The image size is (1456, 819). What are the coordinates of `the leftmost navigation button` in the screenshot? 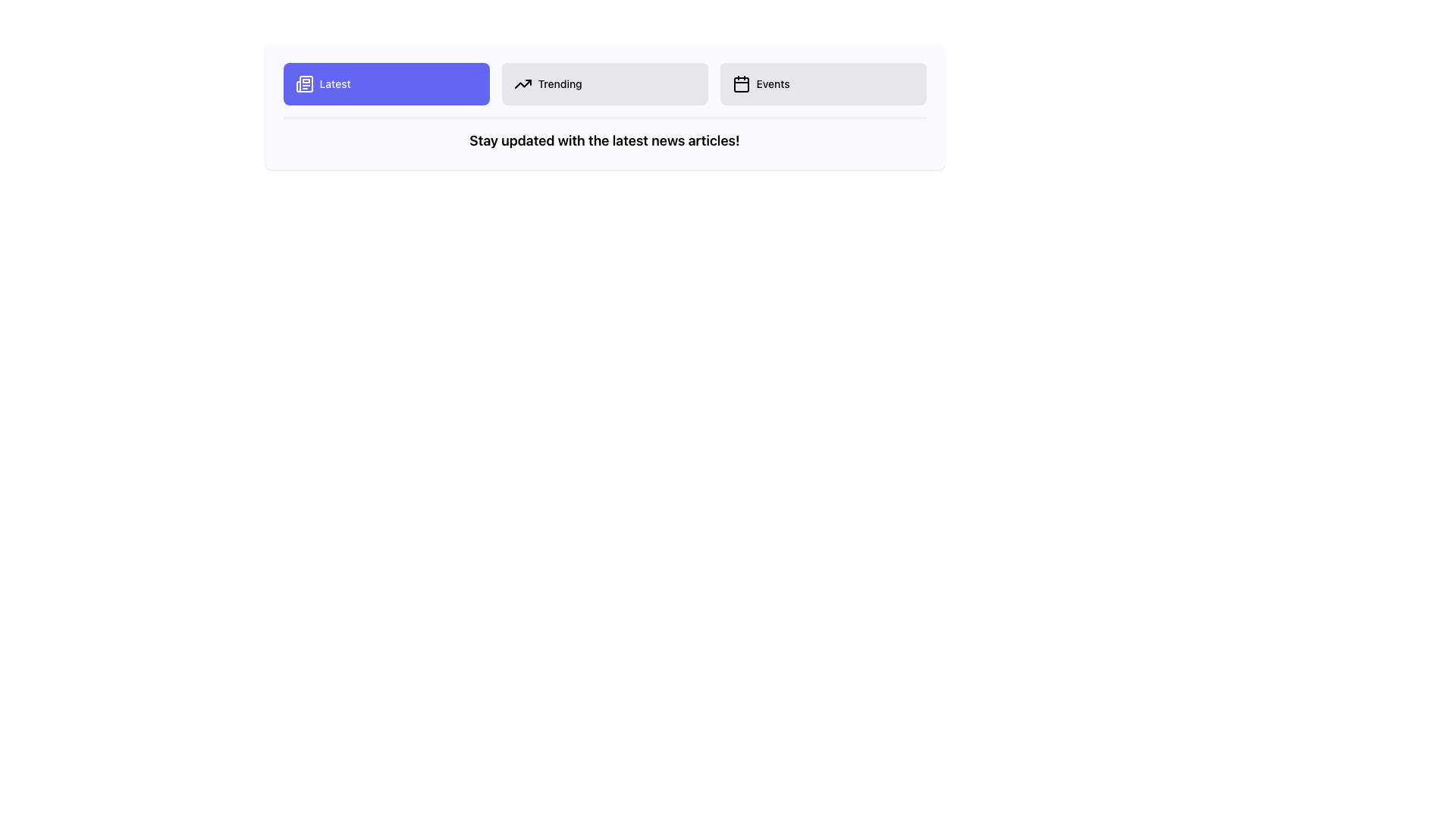 It's located at (386, 84).